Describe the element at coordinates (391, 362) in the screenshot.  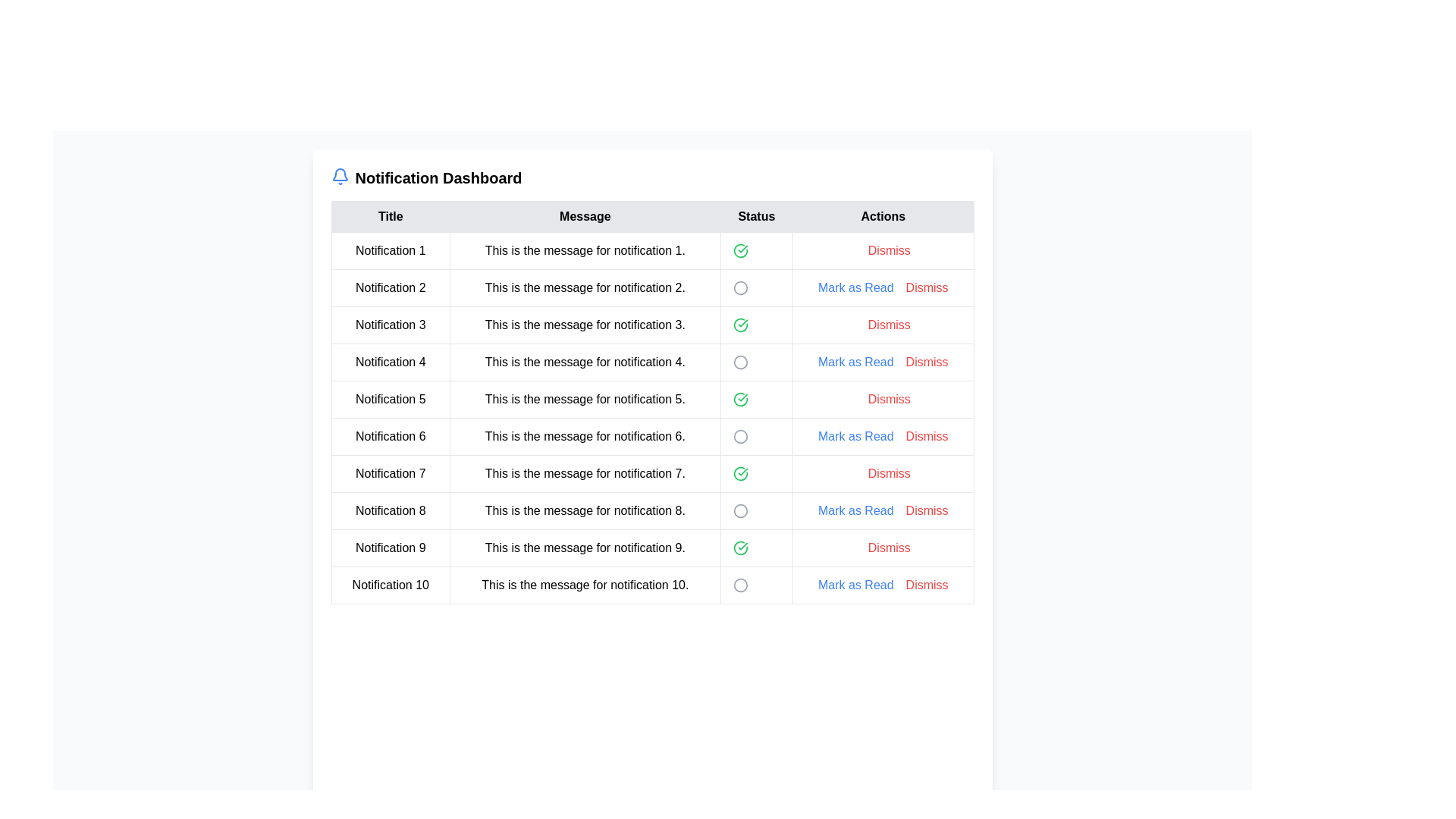
I see `the Text Label in the fourth row of the notification table, which identifies the notification related to 'This is the message for notification 4.'` at that location.